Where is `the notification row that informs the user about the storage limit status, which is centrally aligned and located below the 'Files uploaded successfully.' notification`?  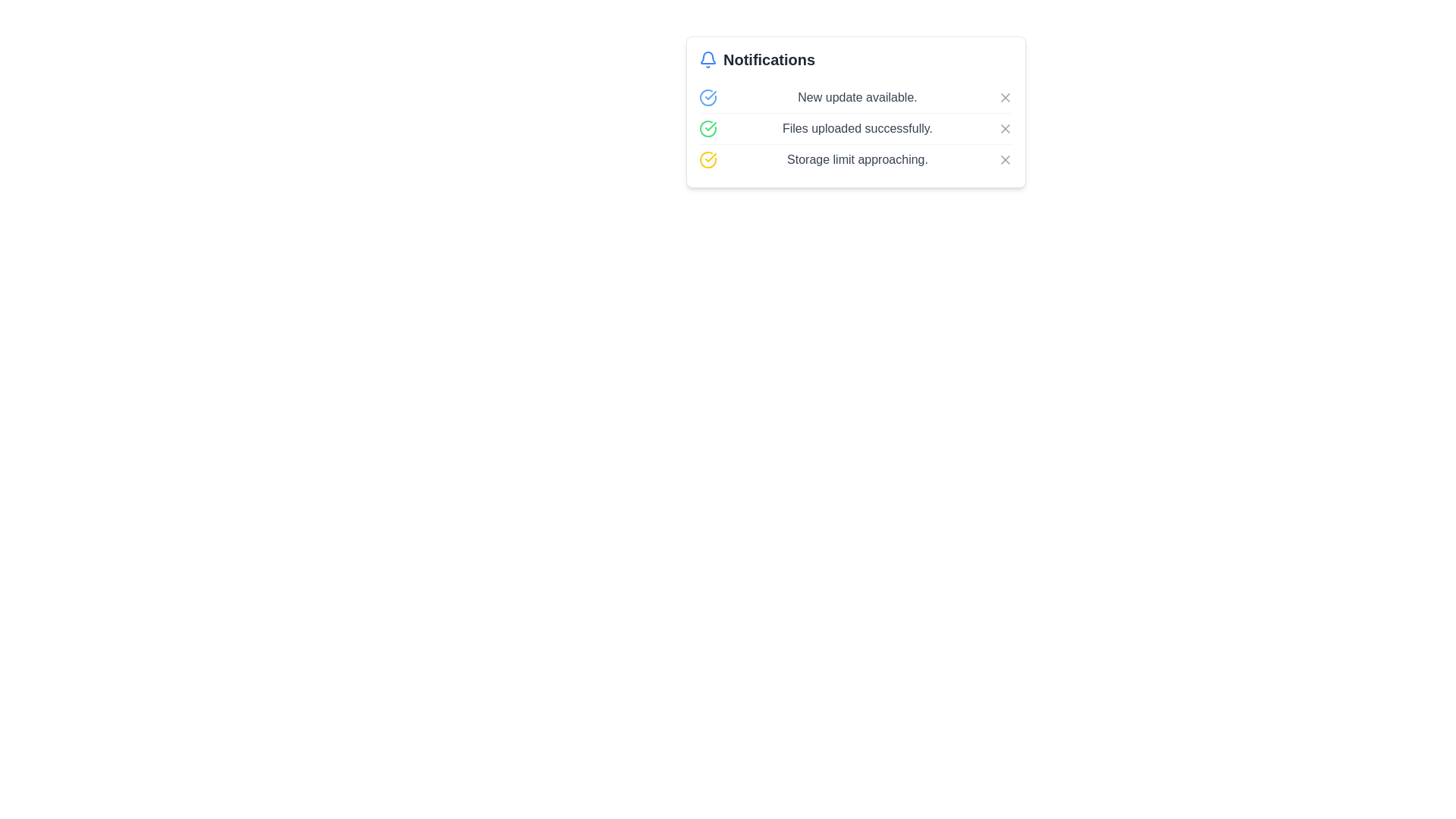 the notification row that informs the user about the storage limit status, which is centrally aligned and located below the 'Files uploaded successfully.' notification is located at coordinates (855, 159).